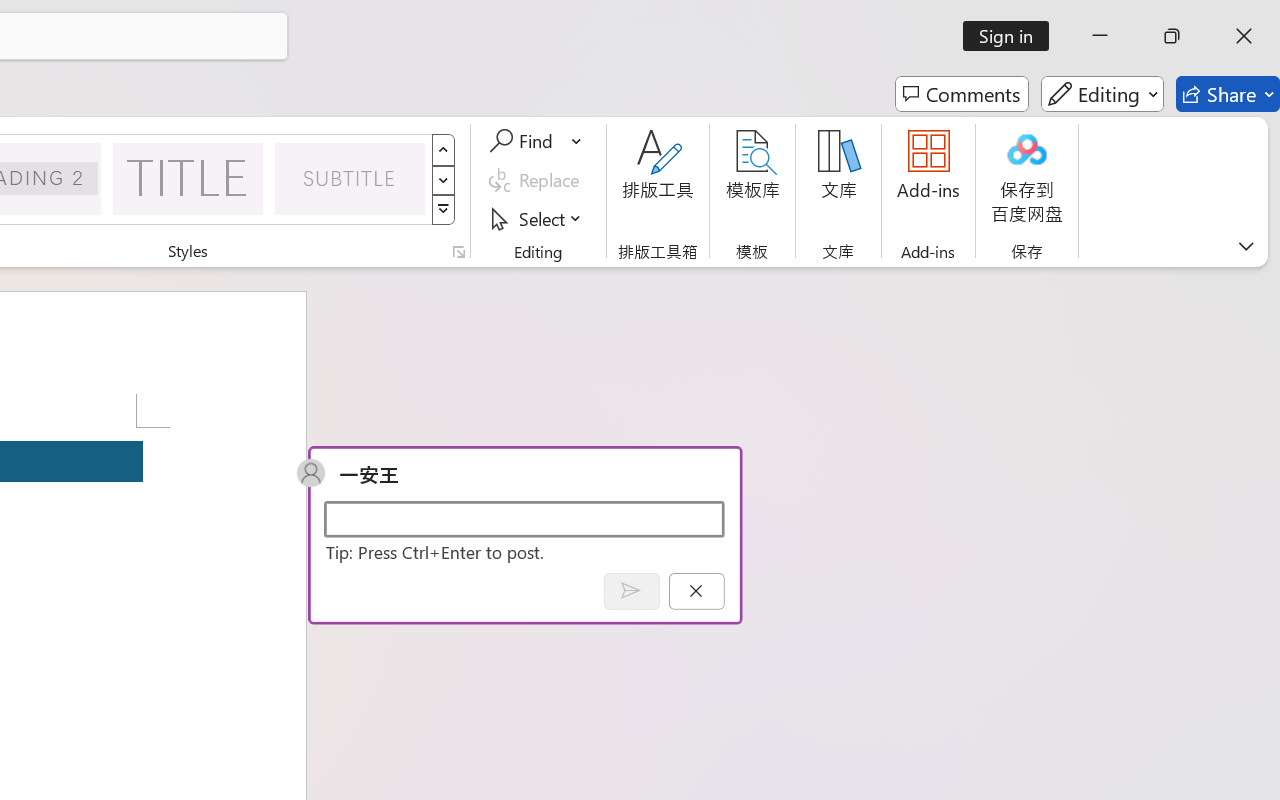 This screenshot has width=1280, height=800. Describe the element at coordinates (1013, 35) in the screenshot. I see `'Sign in'` at that location.